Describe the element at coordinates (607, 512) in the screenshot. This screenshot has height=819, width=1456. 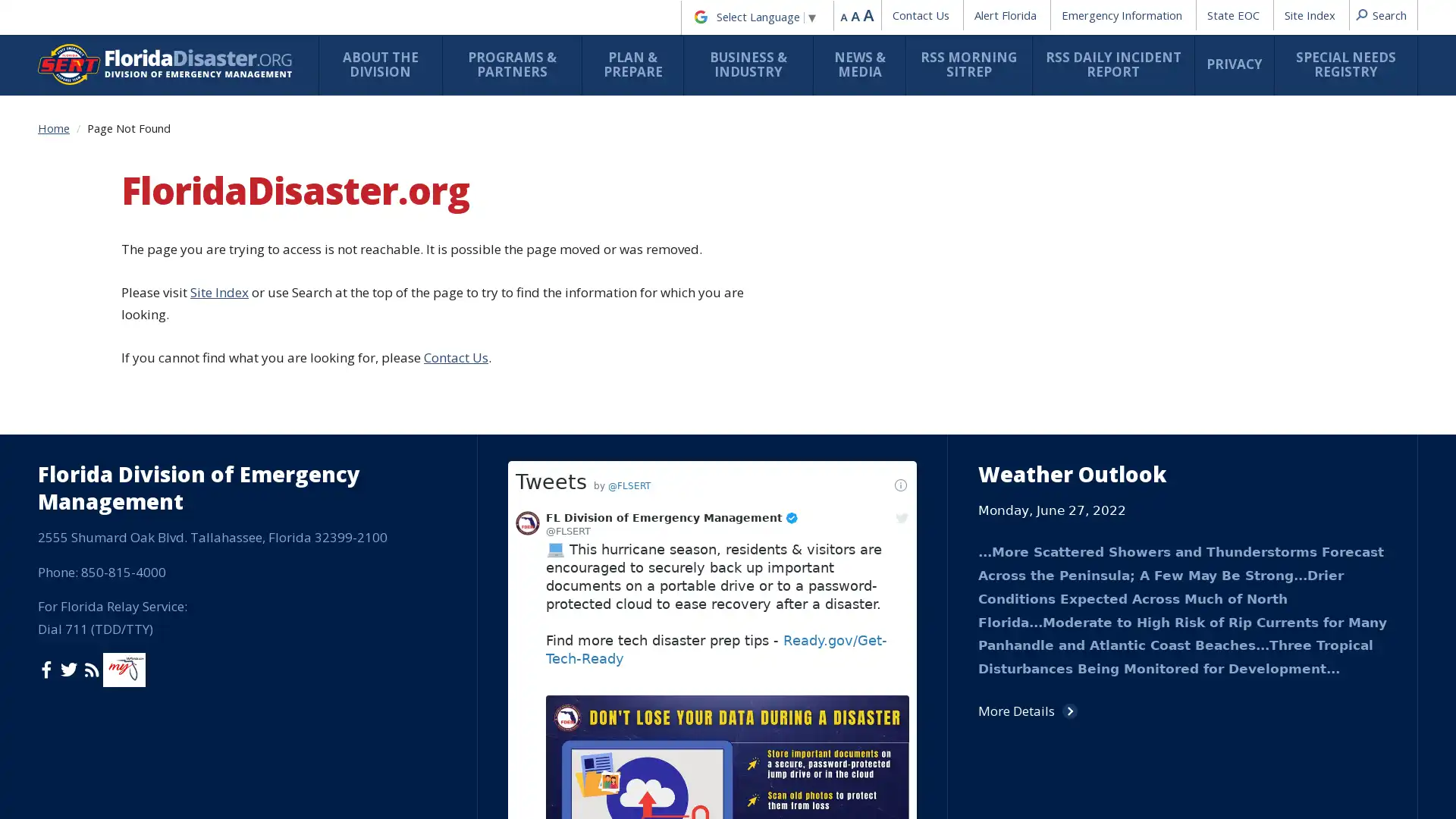
I see `Toggle More` at that location.